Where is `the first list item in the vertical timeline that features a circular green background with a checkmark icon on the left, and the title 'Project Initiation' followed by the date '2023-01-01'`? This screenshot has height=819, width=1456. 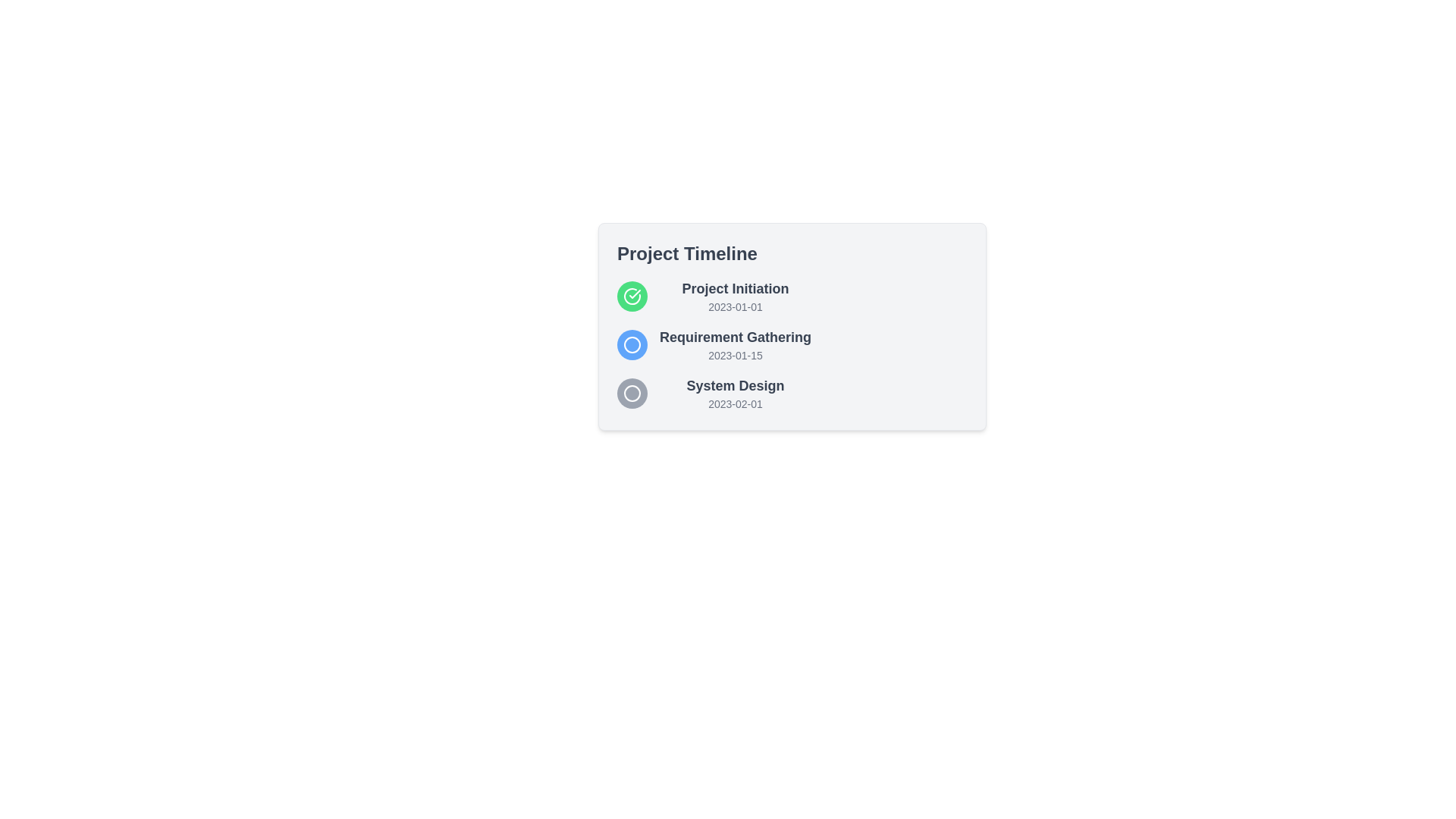 the first list item in the vertical timeline that features a circular green background with a checkmark icon on the left, and the title 'Project Initiation' followed by the date '2023-01-01' is located at coordinates (713, 296).